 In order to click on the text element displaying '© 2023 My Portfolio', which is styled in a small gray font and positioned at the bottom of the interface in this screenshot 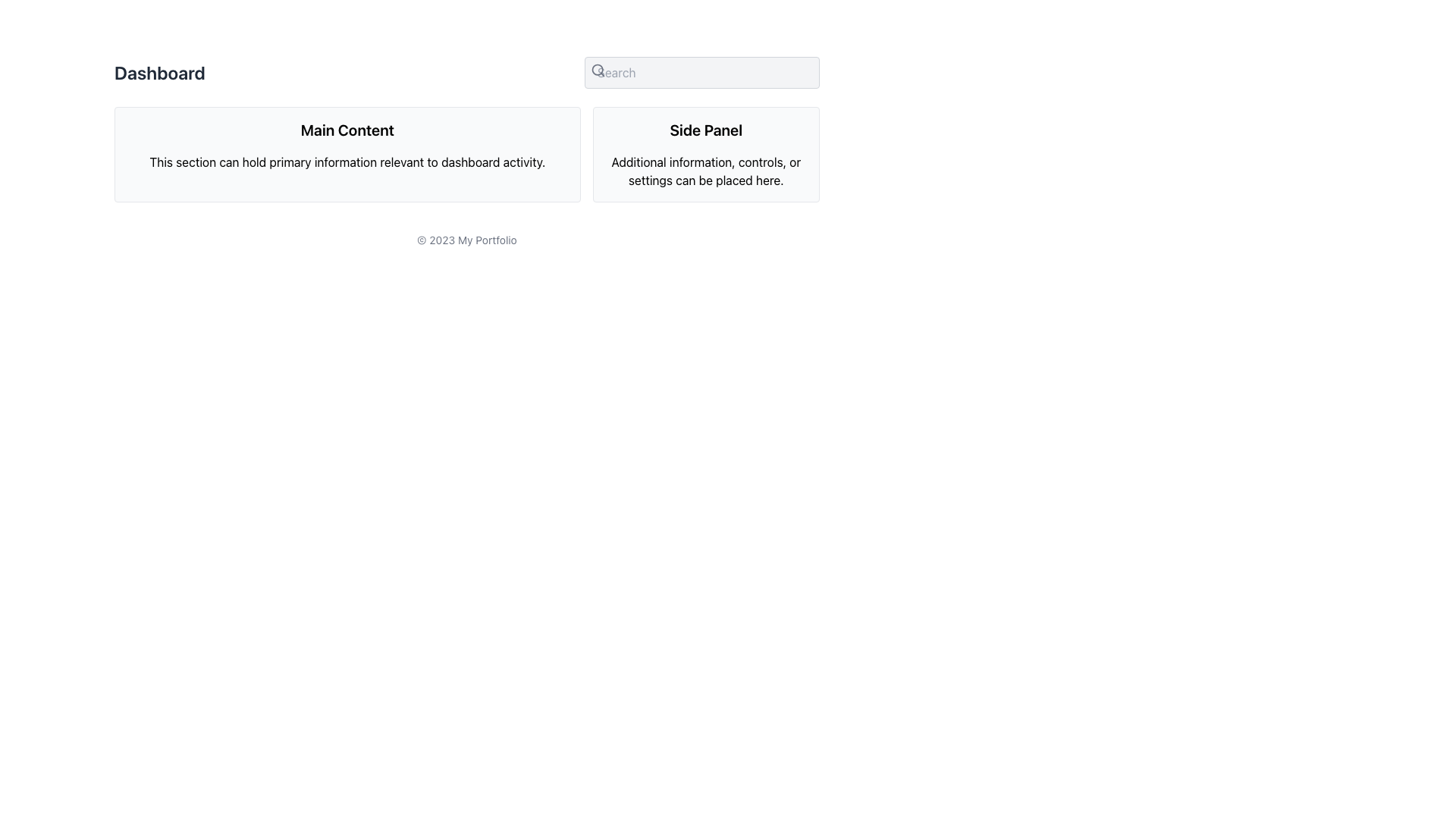, I will do `click(466, 239)`.